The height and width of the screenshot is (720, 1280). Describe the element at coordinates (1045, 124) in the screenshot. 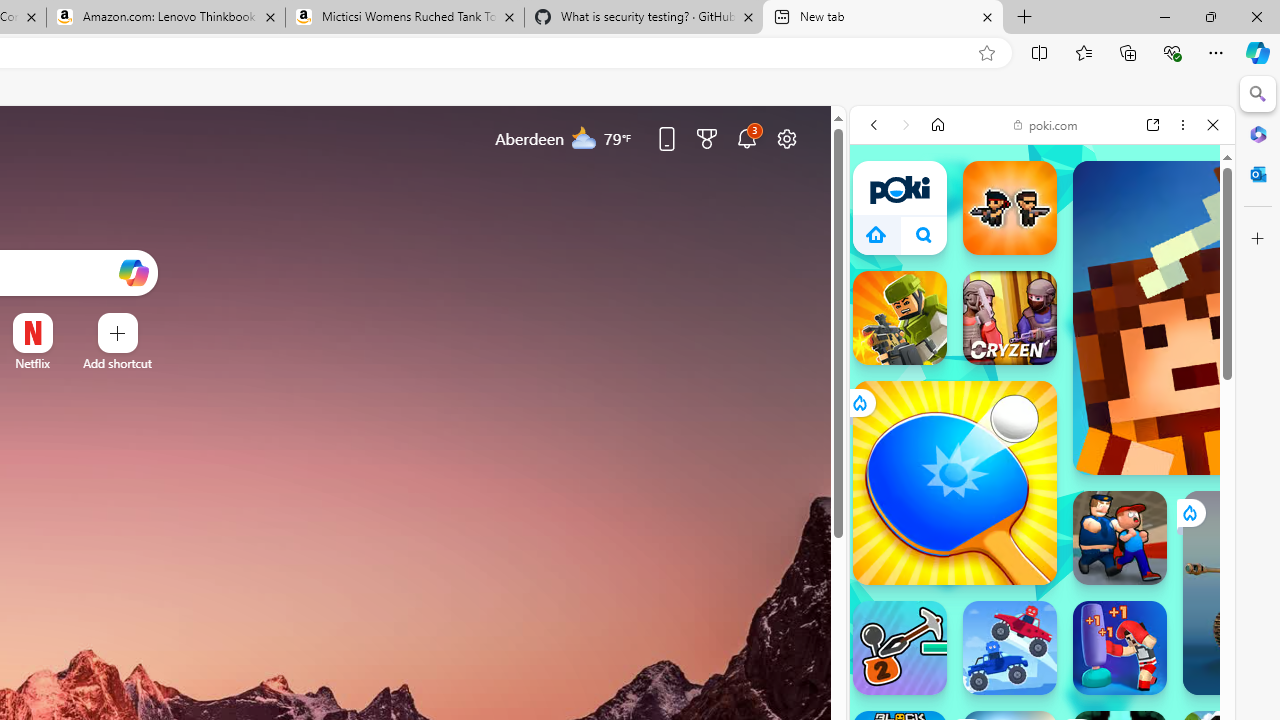

I see `'poki.com'` at that location.